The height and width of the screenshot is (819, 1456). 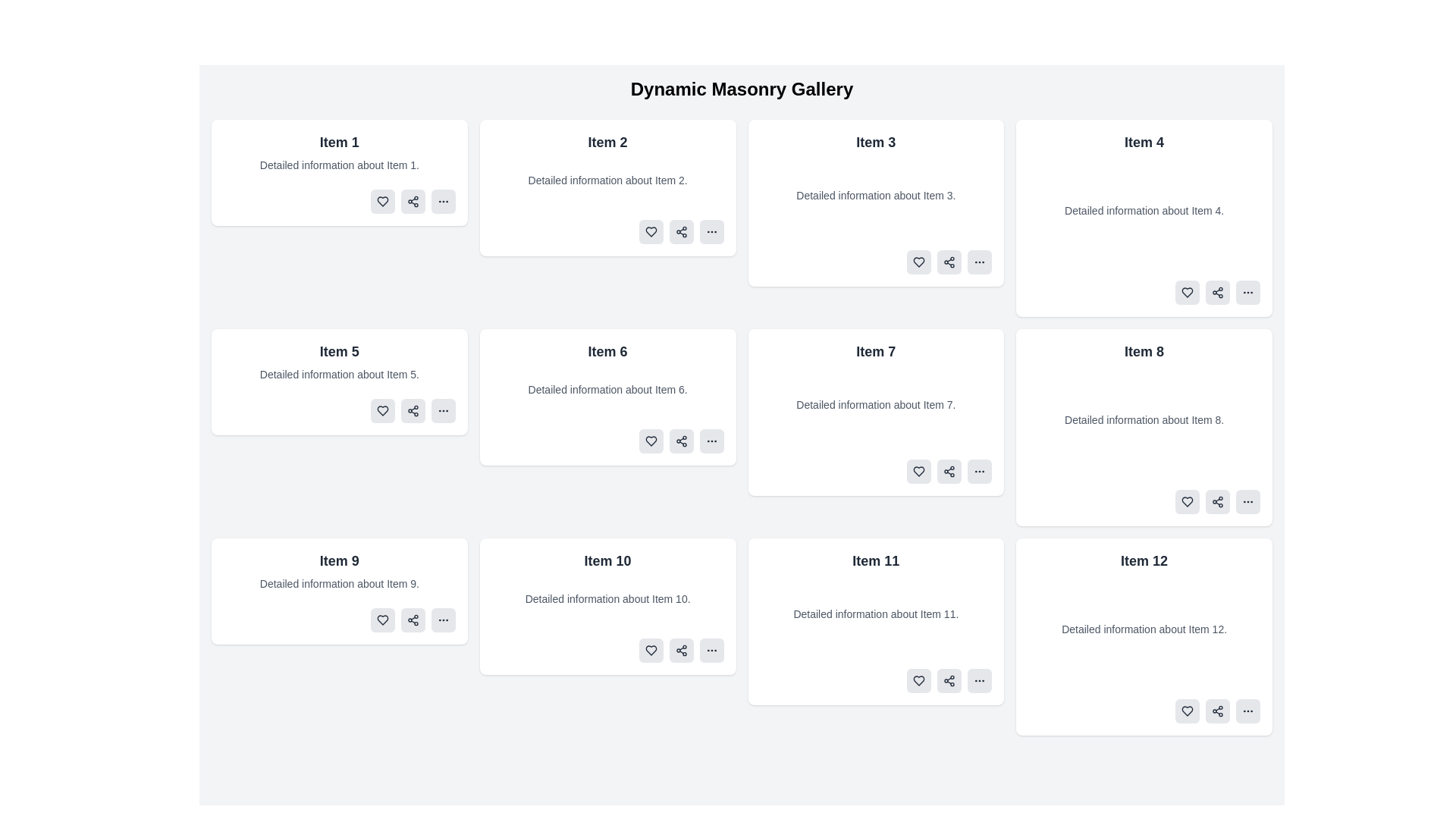 I want to click on the small, square icon button with a light gray background and a 'share' symbol inside, located in the lower right corner of the 'Item 7' card, so click(x=949, y=470).